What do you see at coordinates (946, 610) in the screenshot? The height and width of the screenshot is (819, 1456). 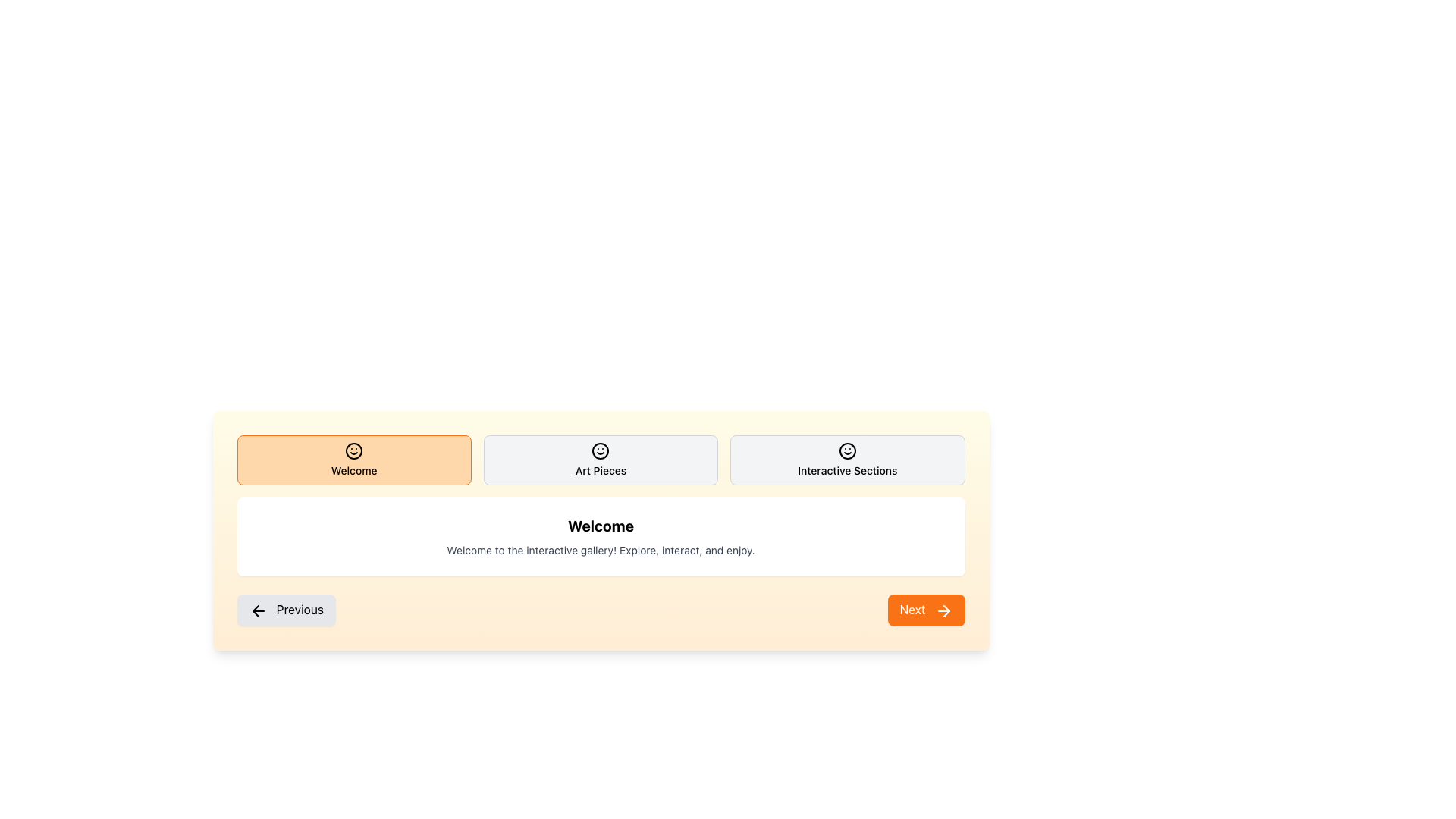 I see `the 'Next' icon (SVG) located in the bottom-right corner of the interface, which serves as a visual indicator for the 'Next' action in a sequence of steps or pages` at bounding box center [946, 610].